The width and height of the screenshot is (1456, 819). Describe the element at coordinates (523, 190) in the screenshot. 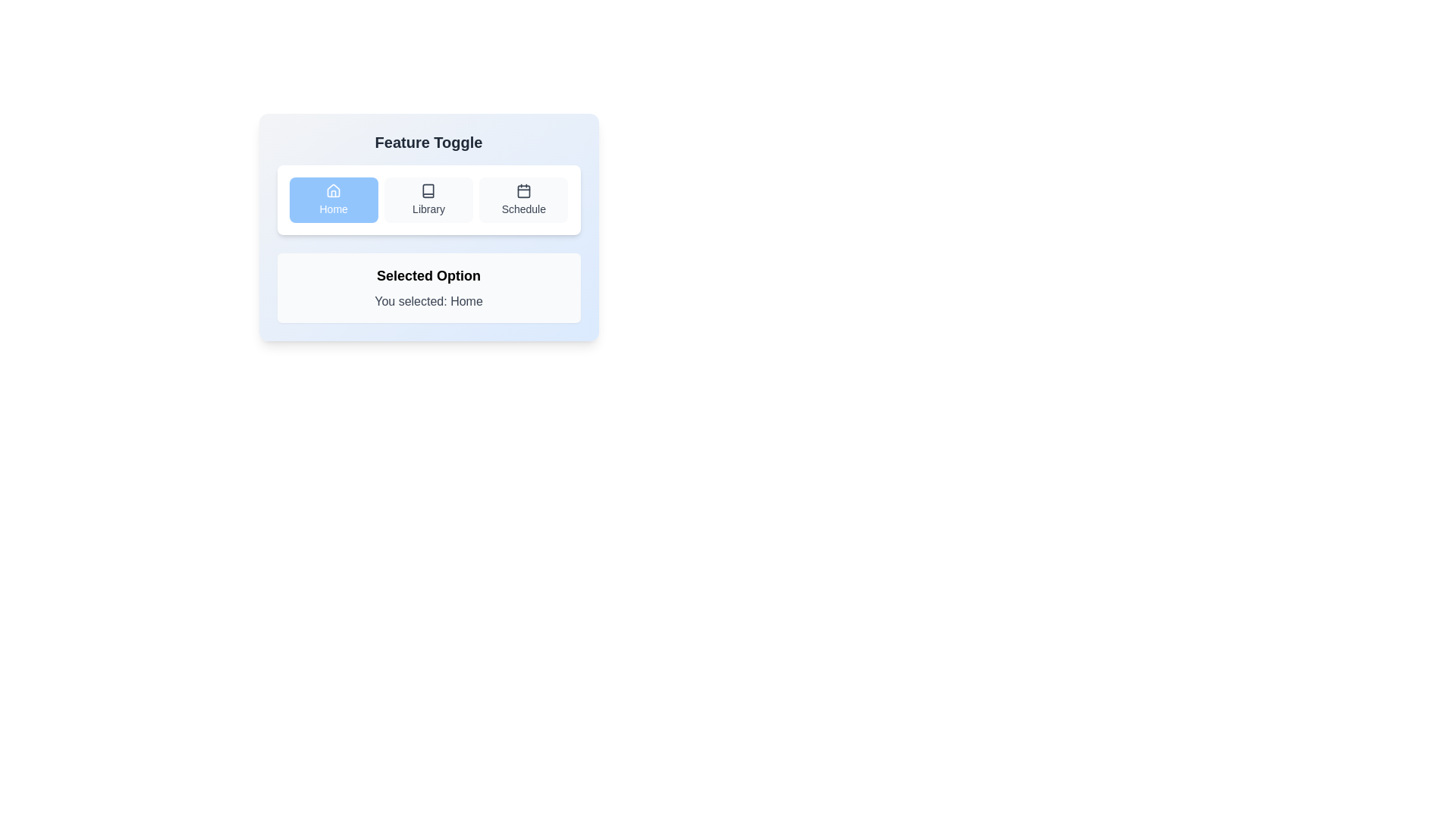

I see `the calendar icon, which is the third button in the 'Schedule' button group below the 'Feature Toggle' heading` at that location.